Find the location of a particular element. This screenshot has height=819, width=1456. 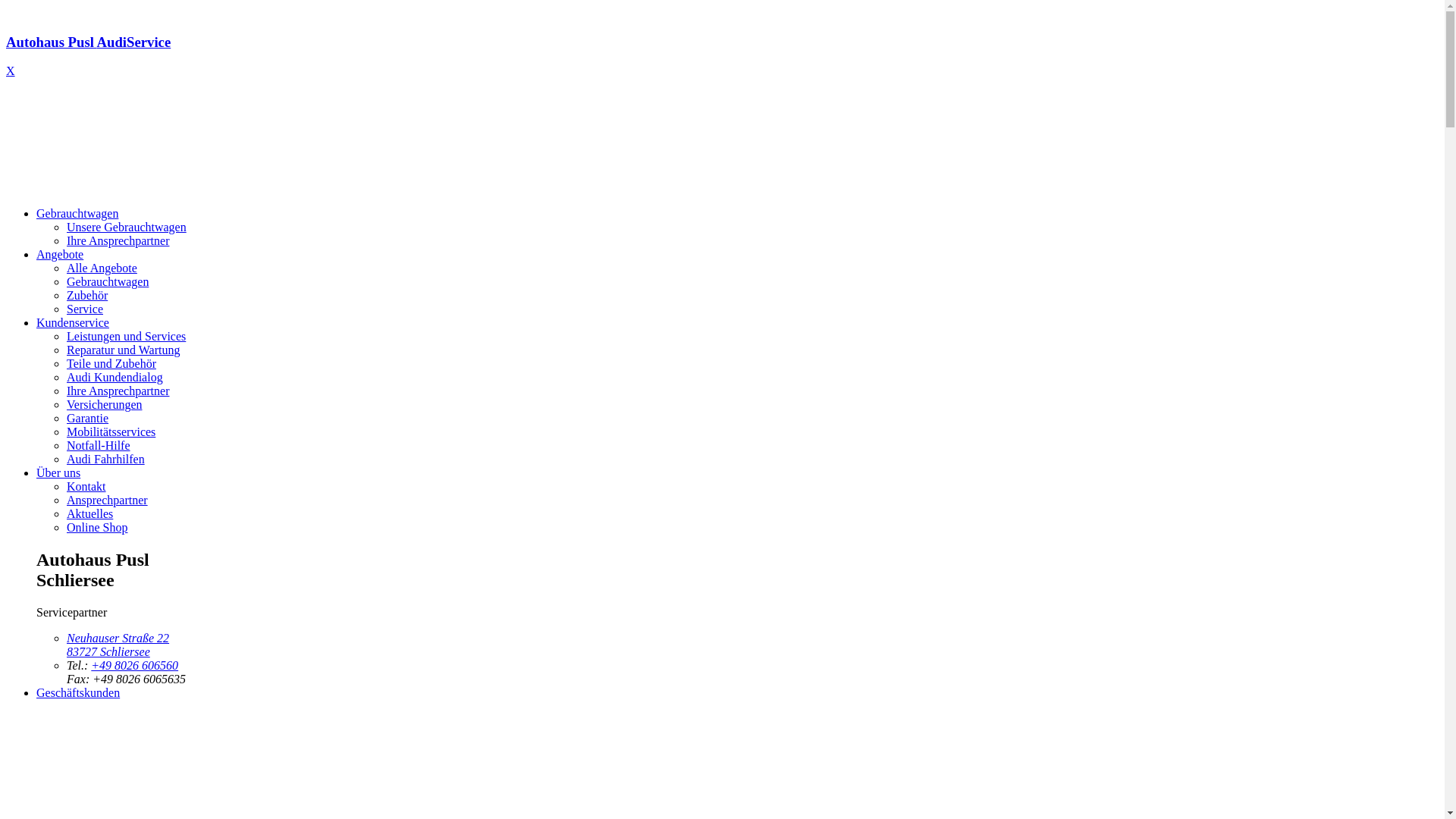

'+49 8026 606560' is located at coordinates (134, 664).